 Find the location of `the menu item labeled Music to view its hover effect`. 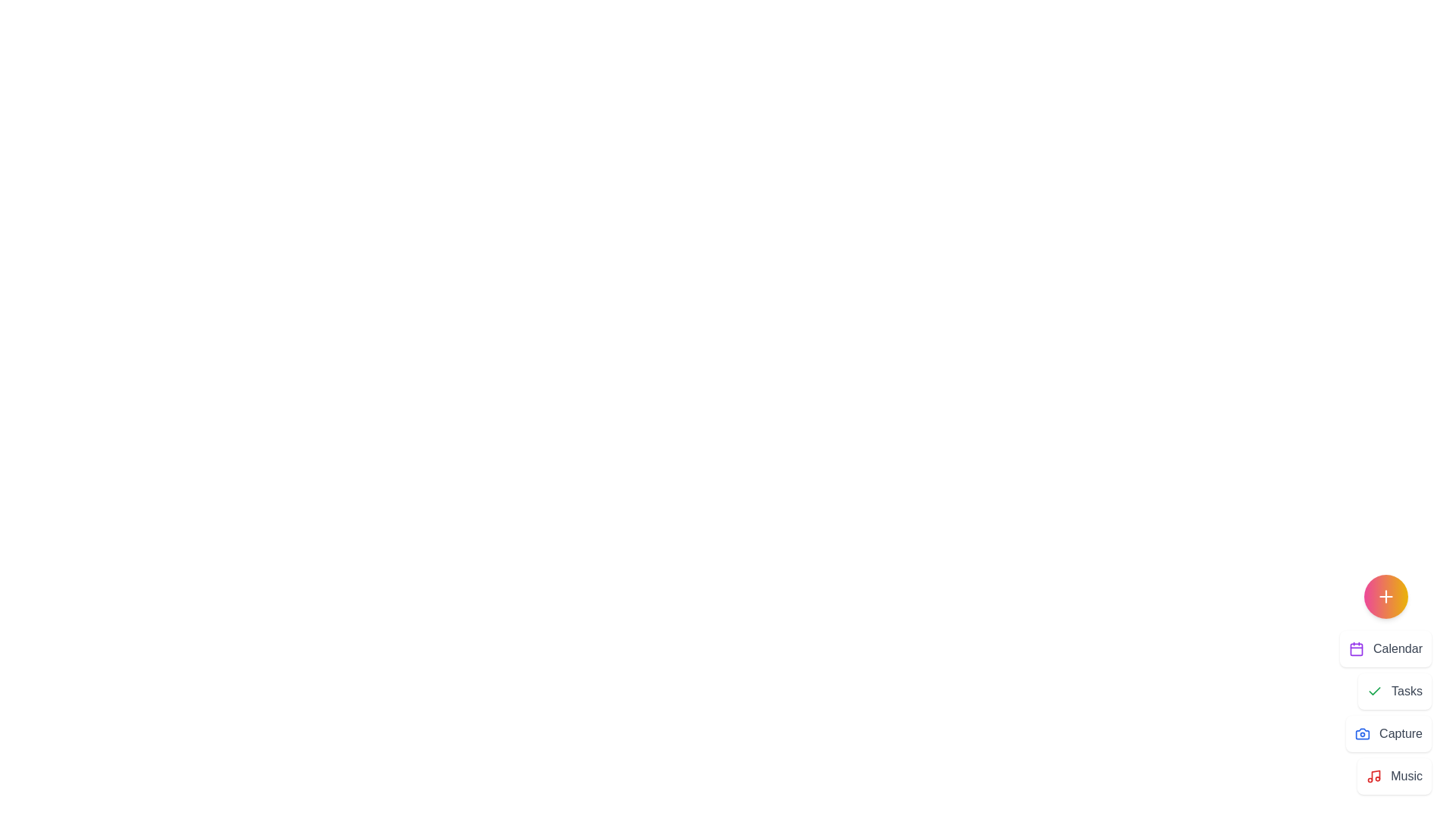

the menu item labeled Music to view its hover effect is located at coordinates (1395, 776).